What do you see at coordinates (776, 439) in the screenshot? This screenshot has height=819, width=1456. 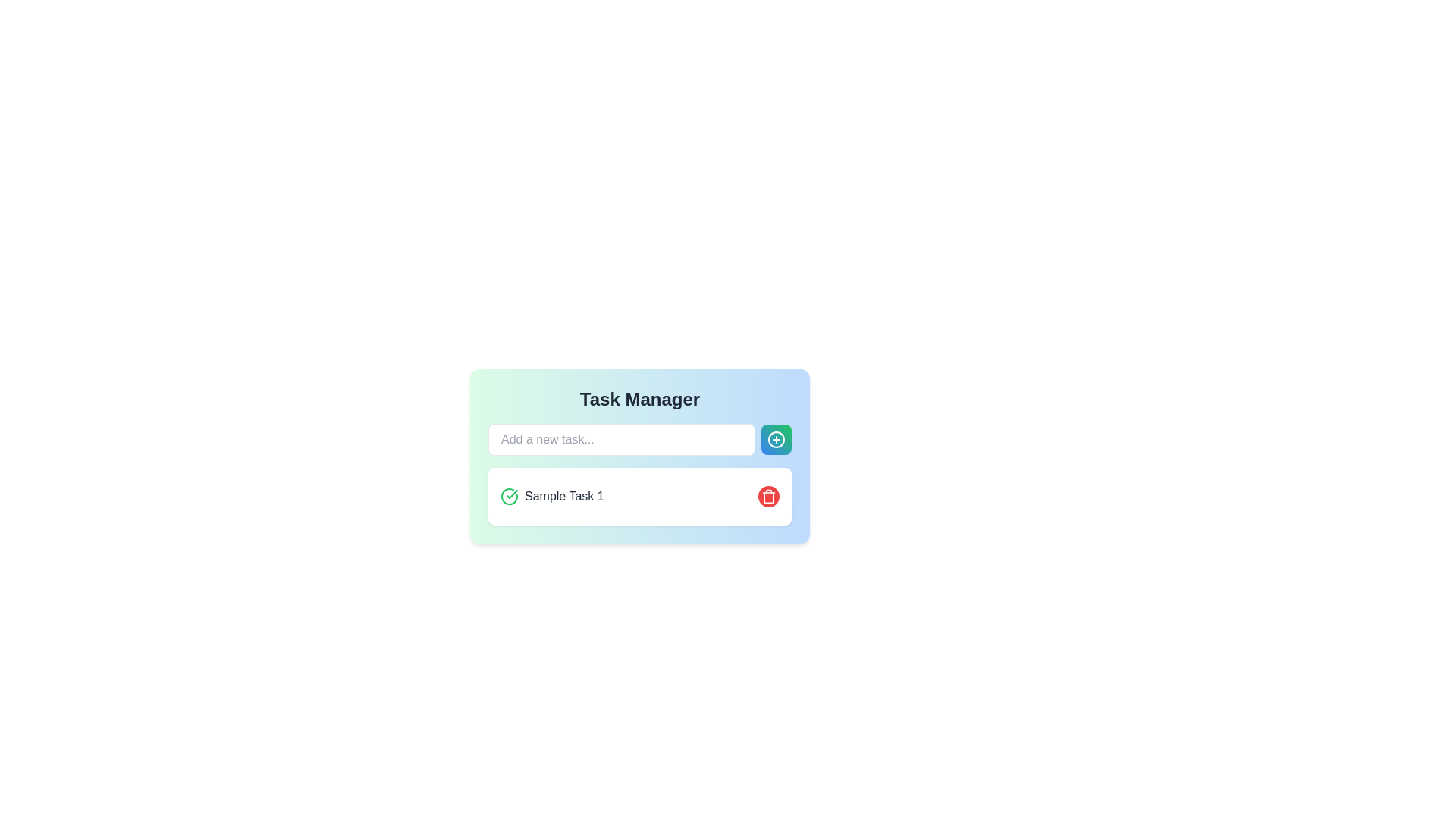 I see `the button located at the top-right section of the 'Task Manager' interface card` at bounding box center [776, 439].